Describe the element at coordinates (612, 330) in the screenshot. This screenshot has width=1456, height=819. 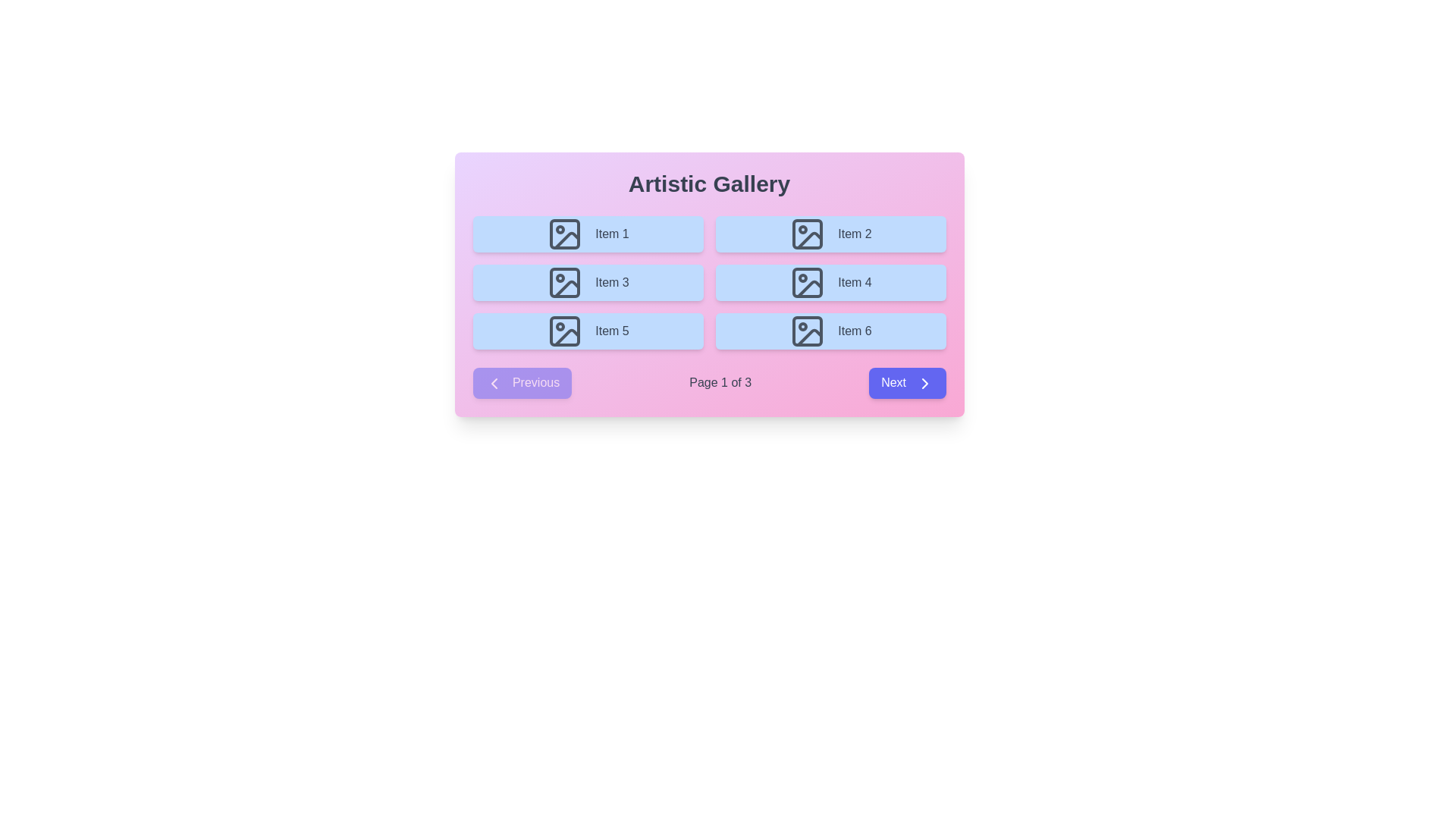
I see `text label that identifies the fifth content item in the grid, which is located in the leftmost position of the third row and is contained within a blue box` at that location.